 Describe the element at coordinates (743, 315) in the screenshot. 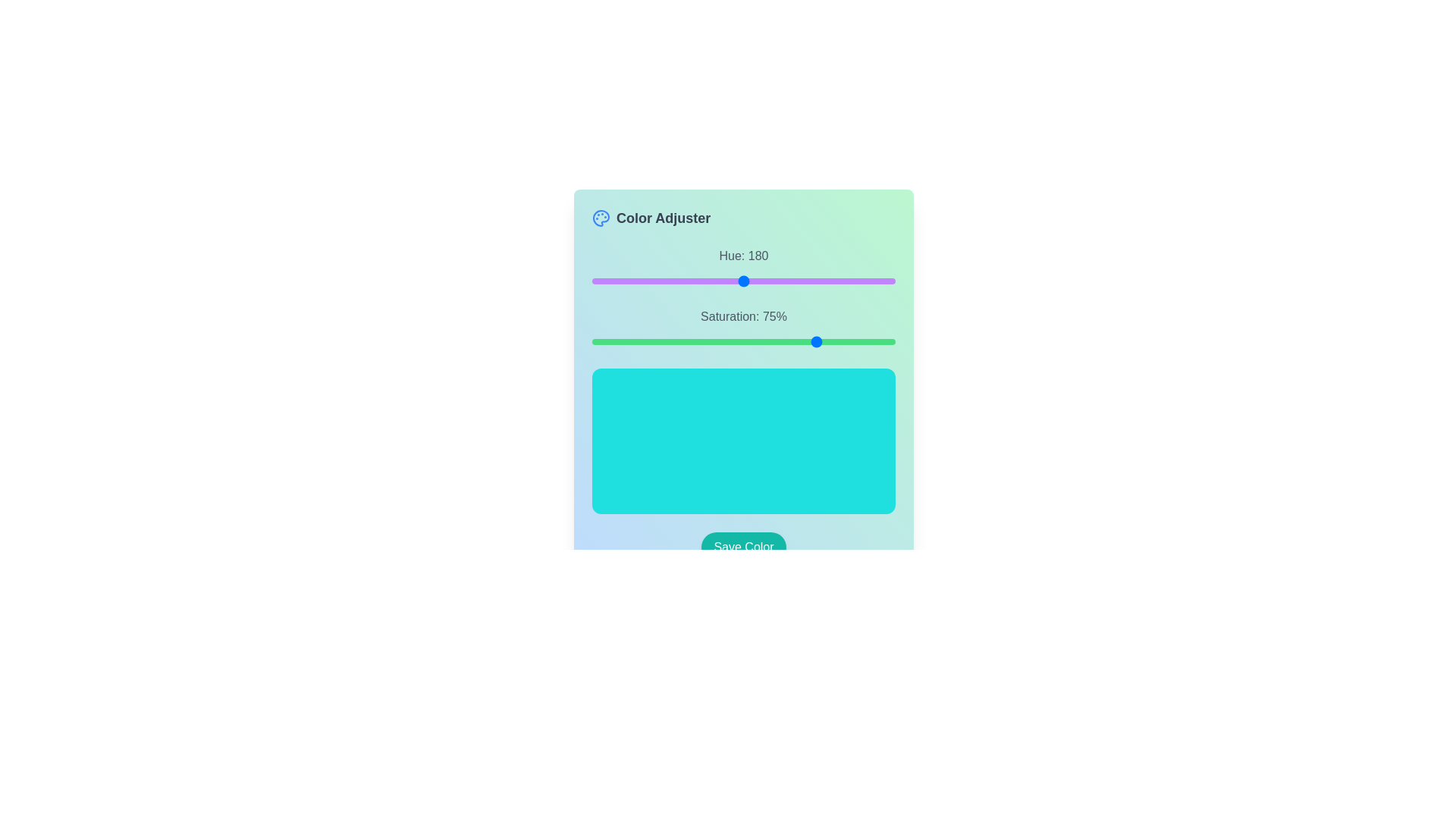

I see `displayed saturation value from the static text label showing 'Saturation: 75%', which is located under the 'Hue: 180' label and above a green slider` at that location.